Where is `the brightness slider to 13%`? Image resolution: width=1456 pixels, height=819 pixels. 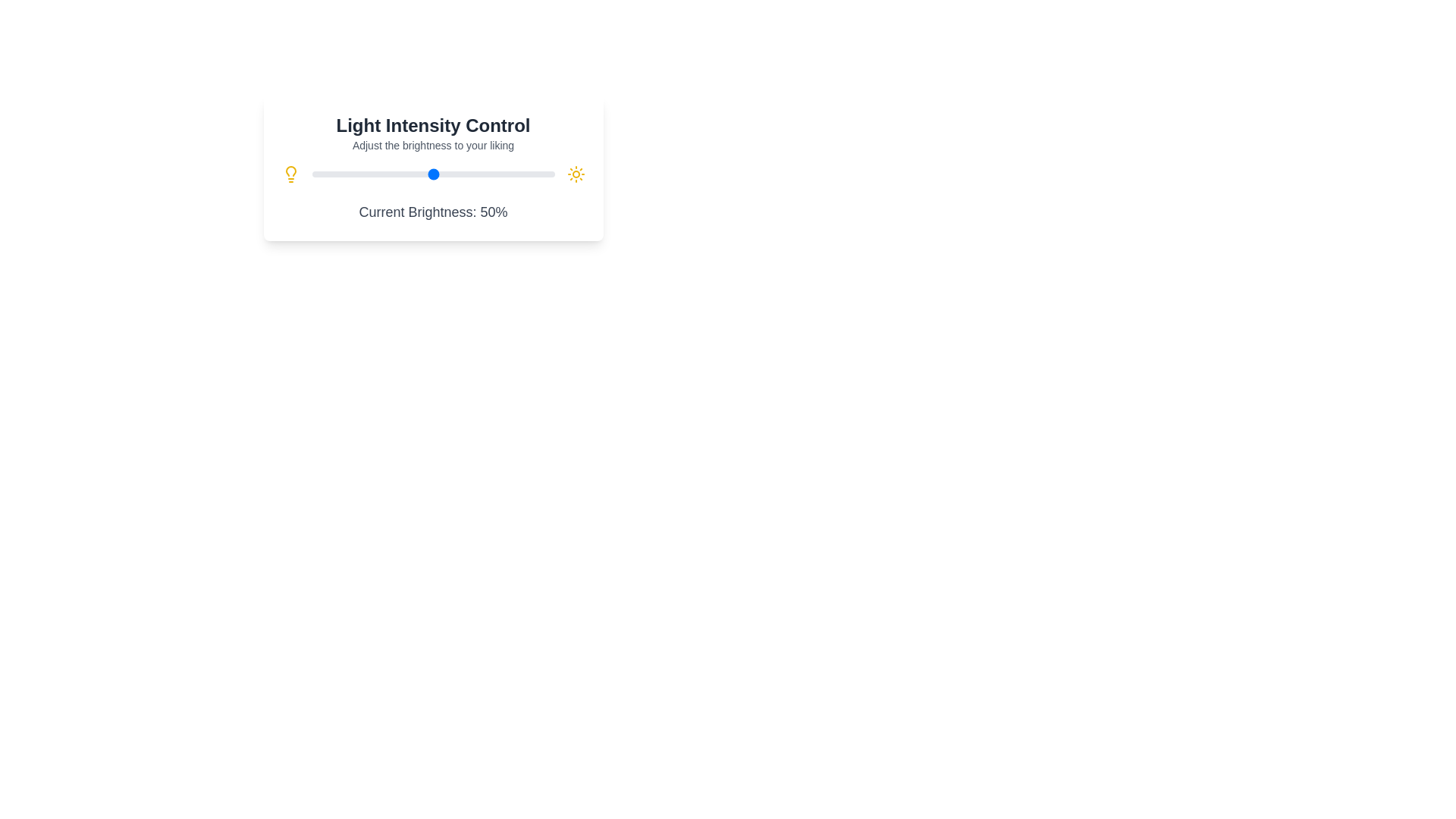
the brightness slider to 13% is located at coordinates (343, 174).